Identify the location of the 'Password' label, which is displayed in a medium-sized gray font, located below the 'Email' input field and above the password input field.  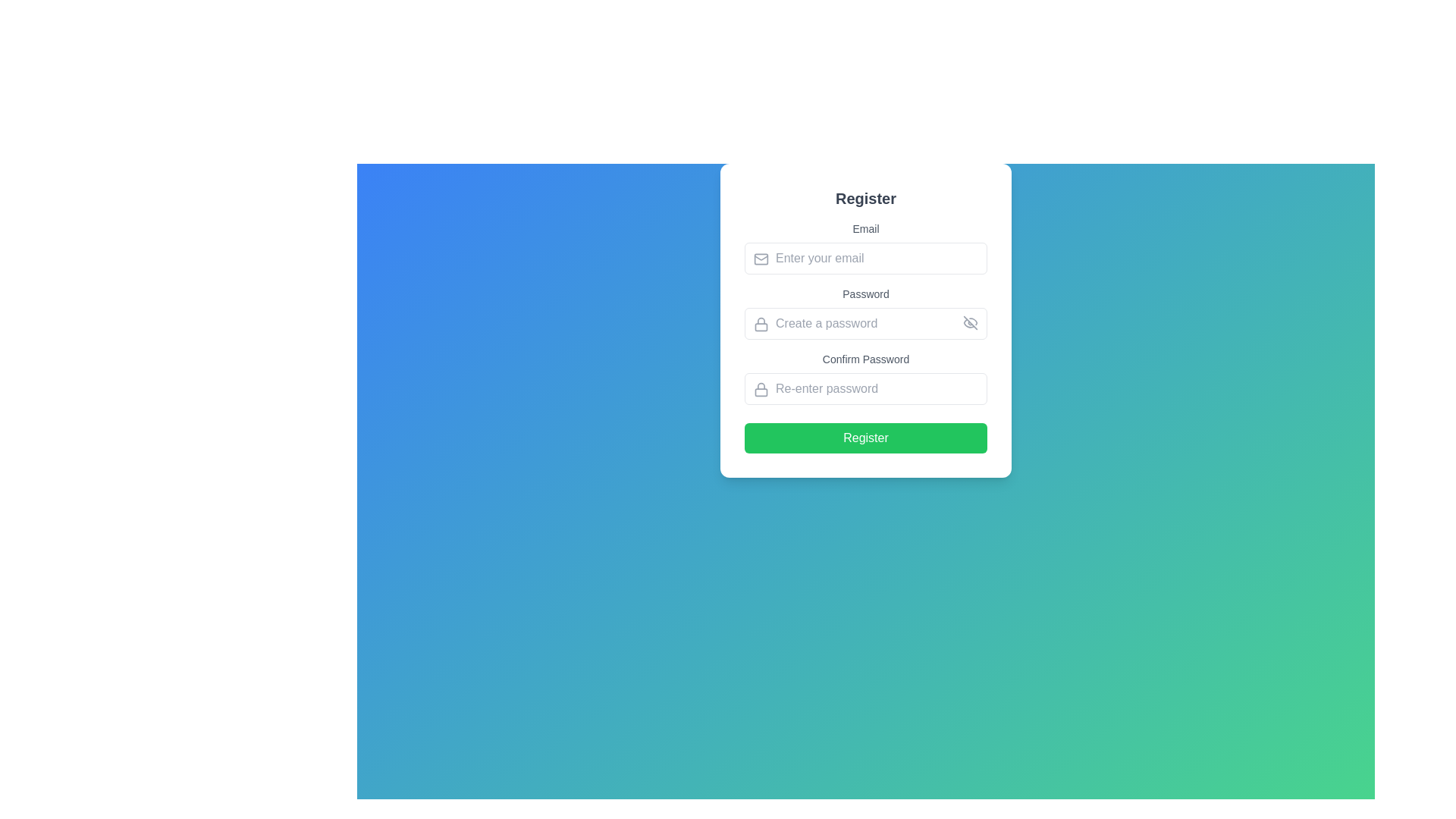
(866, 294).